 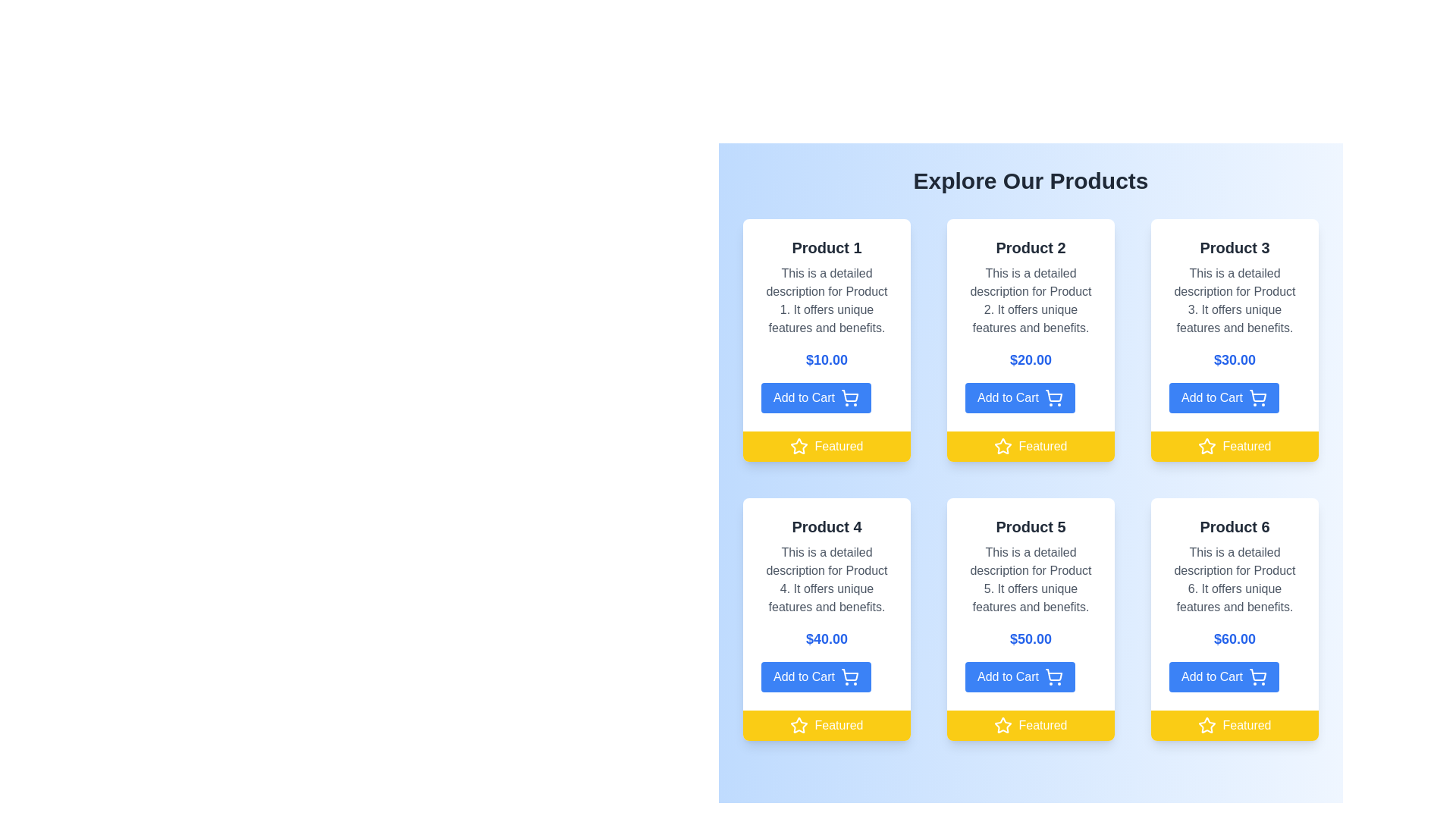 What do you see at coordinates (1003, 446) in the screenshot?
I see `the star icon with a white fill on a yellow background indicating 'Featured' status, located at the bottom left of Product 2's card` at bounding box center [1003, 446].